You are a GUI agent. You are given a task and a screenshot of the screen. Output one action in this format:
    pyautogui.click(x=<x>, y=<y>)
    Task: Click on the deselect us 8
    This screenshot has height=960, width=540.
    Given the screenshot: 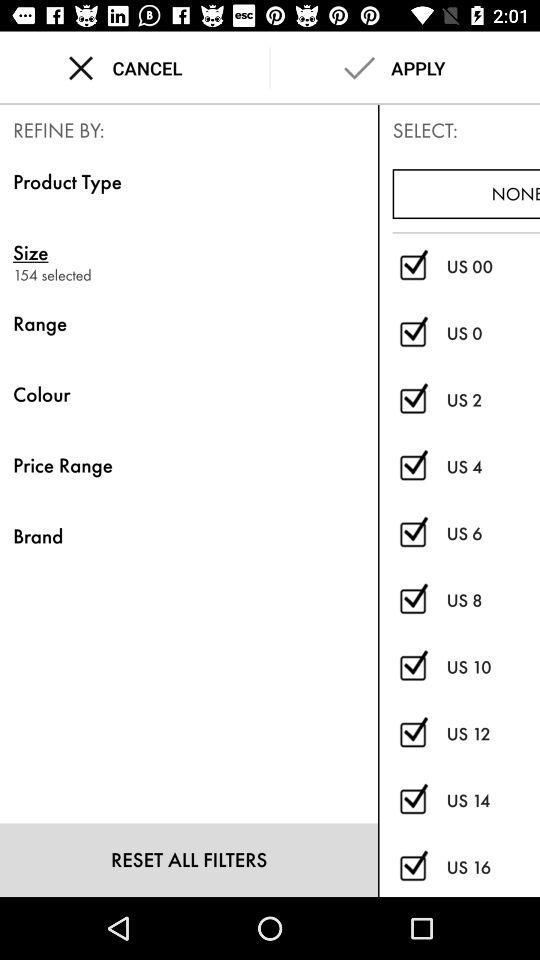 What is the action you would take?
    pyautogui.click(x=412, y=600)
    